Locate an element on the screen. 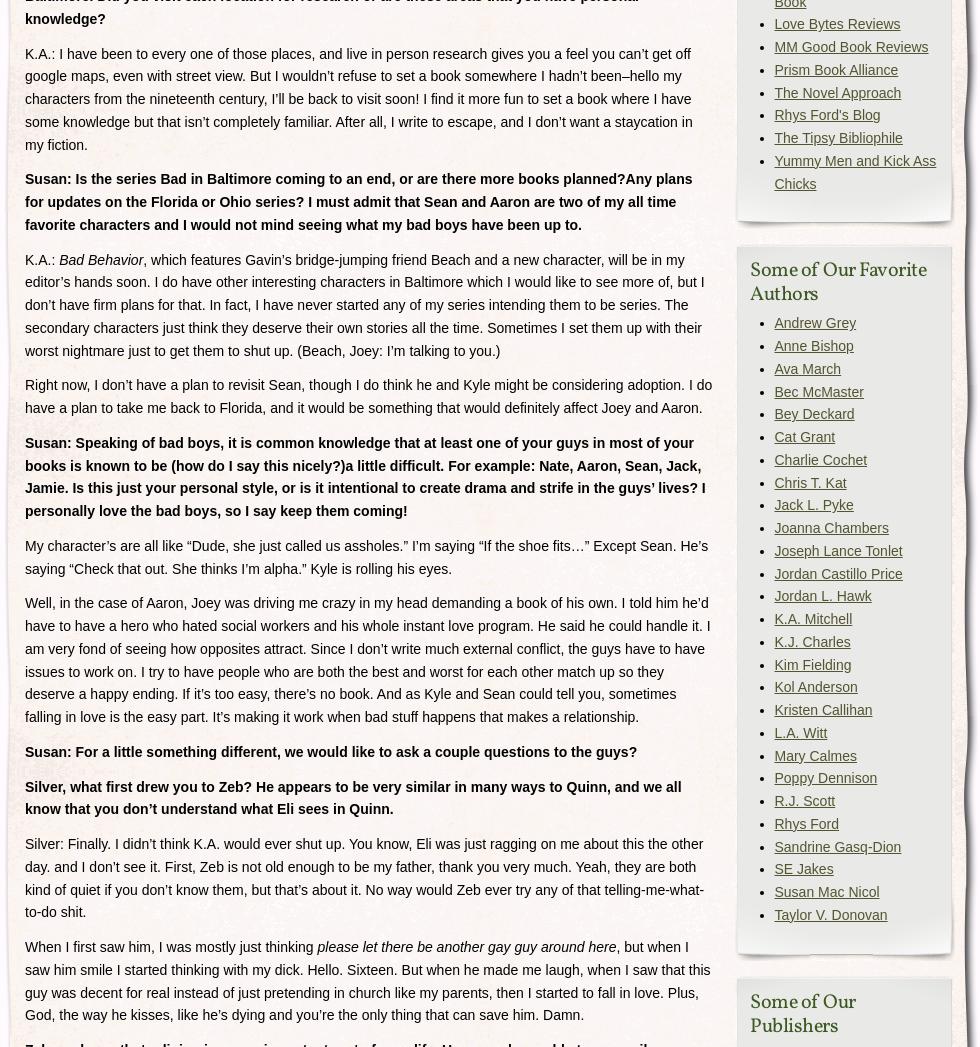 The width and height of the screenshot is (980, 1047). 'Some of Our Publishers' is located at coordinates (802, 1014).